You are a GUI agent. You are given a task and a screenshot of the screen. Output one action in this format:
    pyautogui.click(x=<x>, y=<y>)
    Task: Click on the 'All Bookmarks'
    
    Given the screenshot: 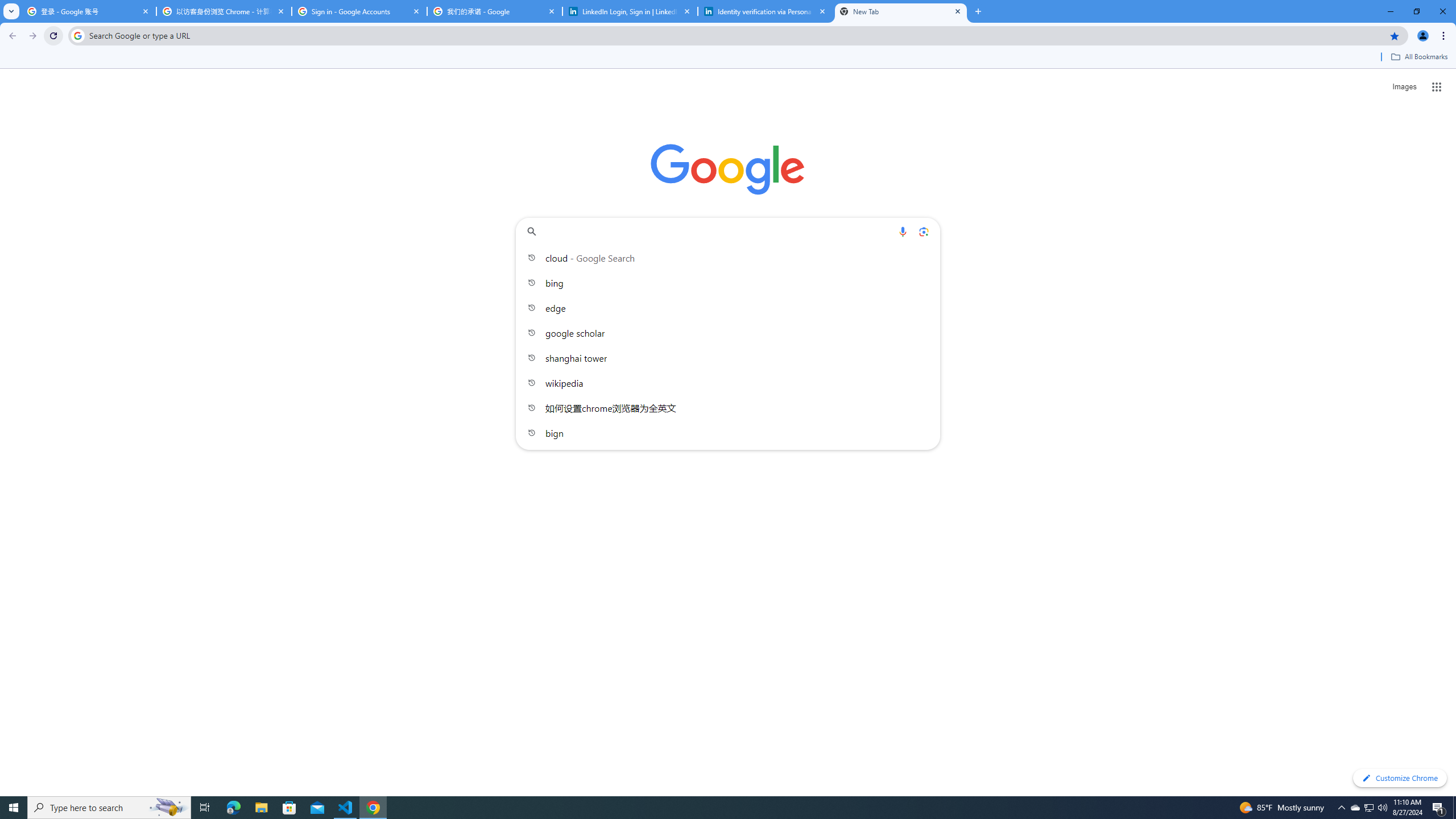 What is the action you would take?
    pyautogui.click(x=1418, y=56)
    